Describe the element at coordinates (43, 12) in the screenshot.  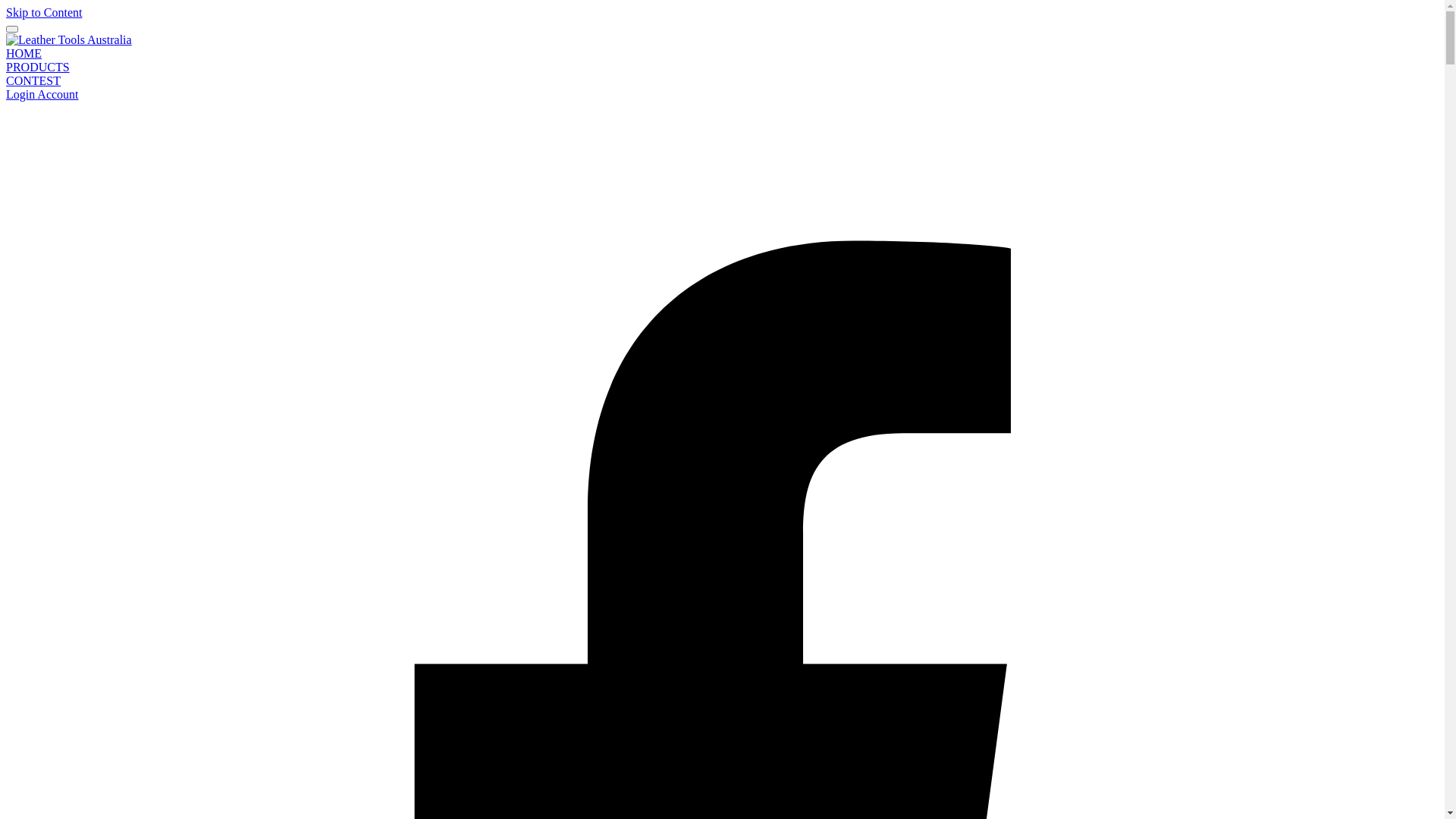
I see `'Skip to Content'` at that location.